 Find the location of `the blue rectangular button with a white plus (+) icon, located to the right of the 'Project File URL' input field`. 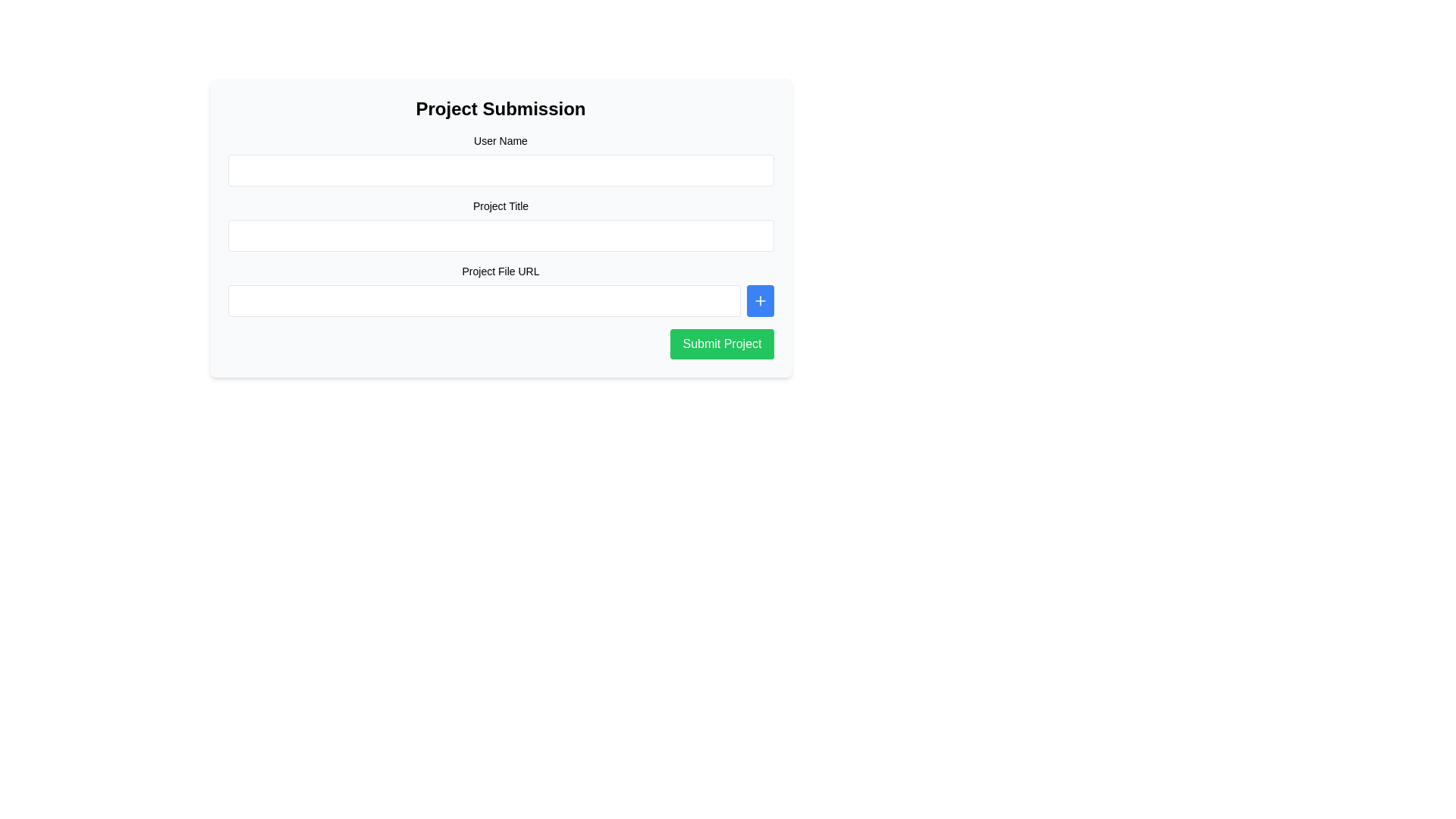

the blue rectangular button with a white plus (+) icon, located to the right of the 'Project File URL' input field is located at coordinates (760, 301).